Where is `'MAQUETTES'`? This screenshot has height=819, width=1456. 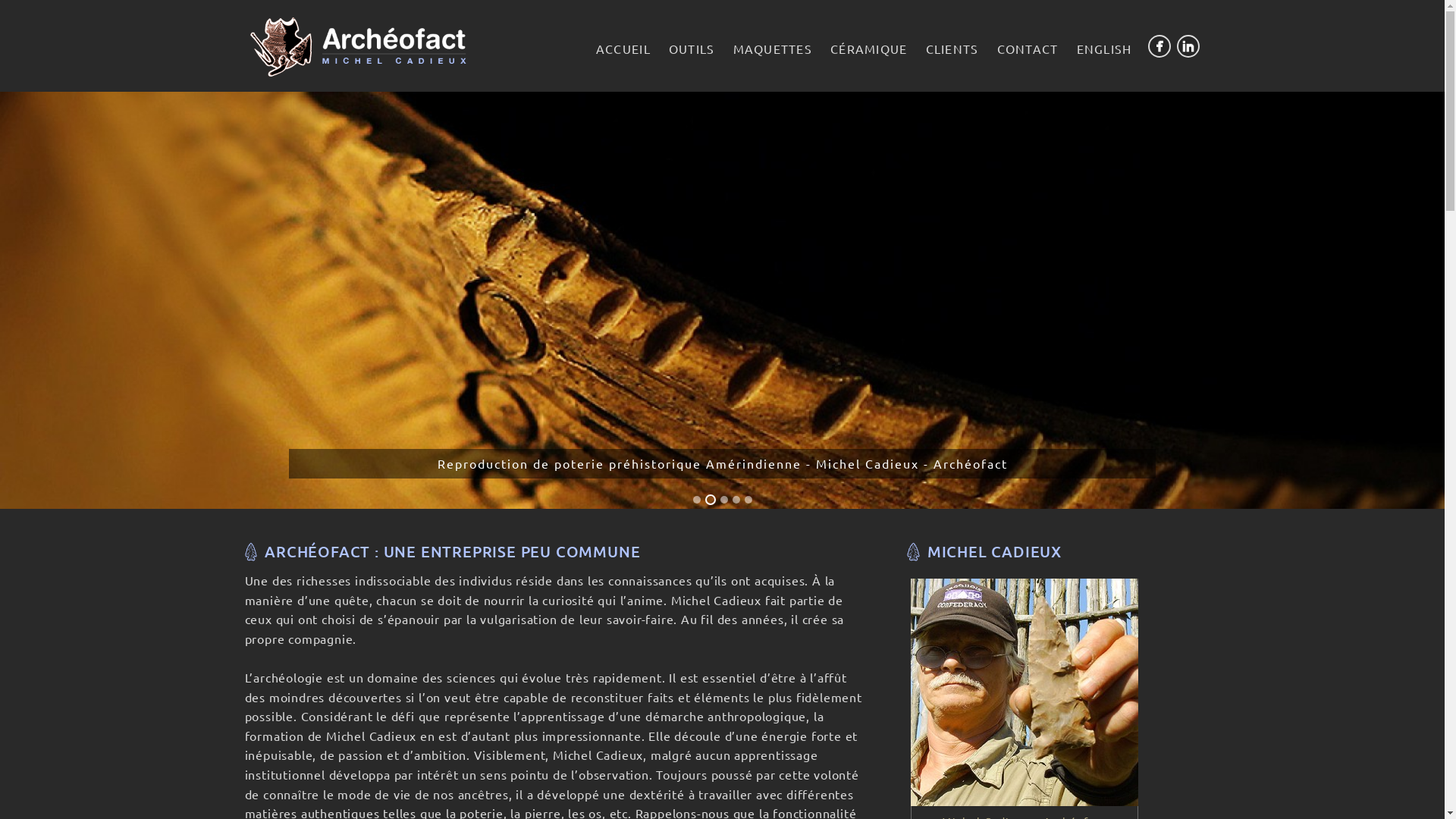 'MAQUETTES' is located at coordinates (723, 49).